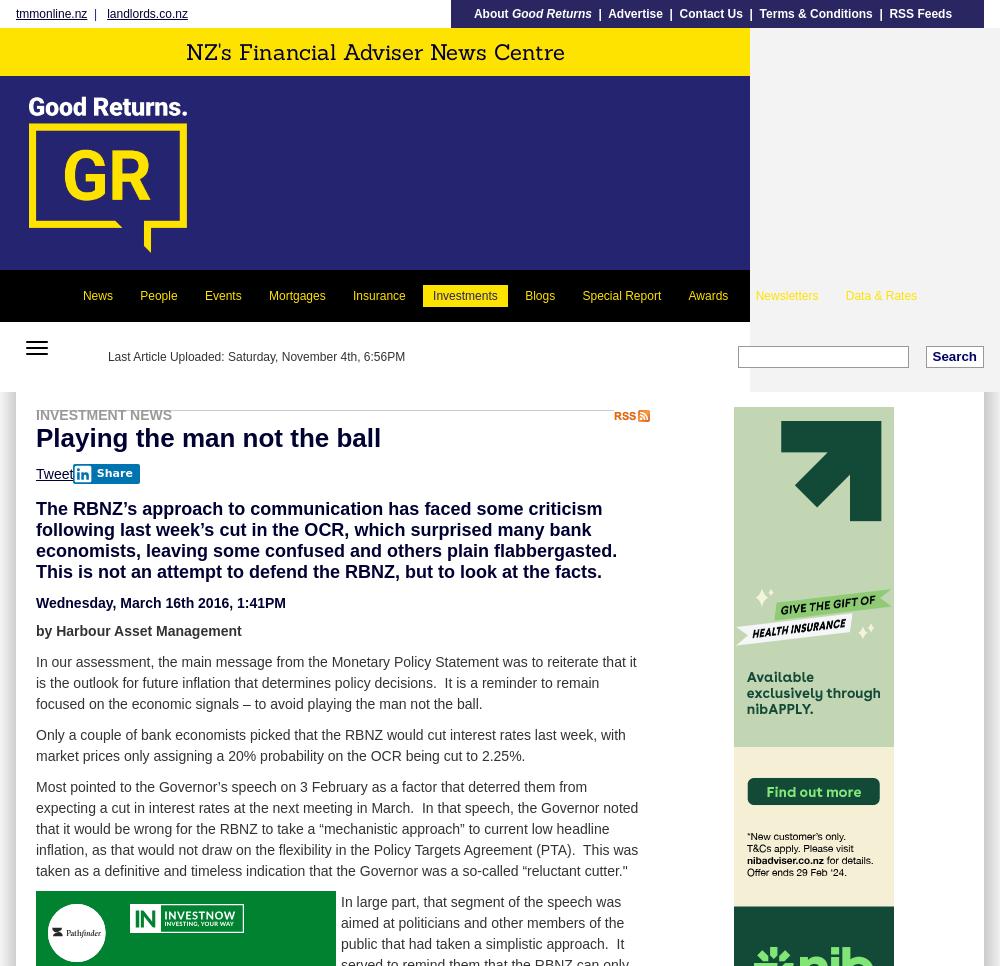 This screenshot has height=966, width=1000. Describe the element at coordinates (138, 629) in the screenshot. I see `'by Harbour Asset Management'` at that location.